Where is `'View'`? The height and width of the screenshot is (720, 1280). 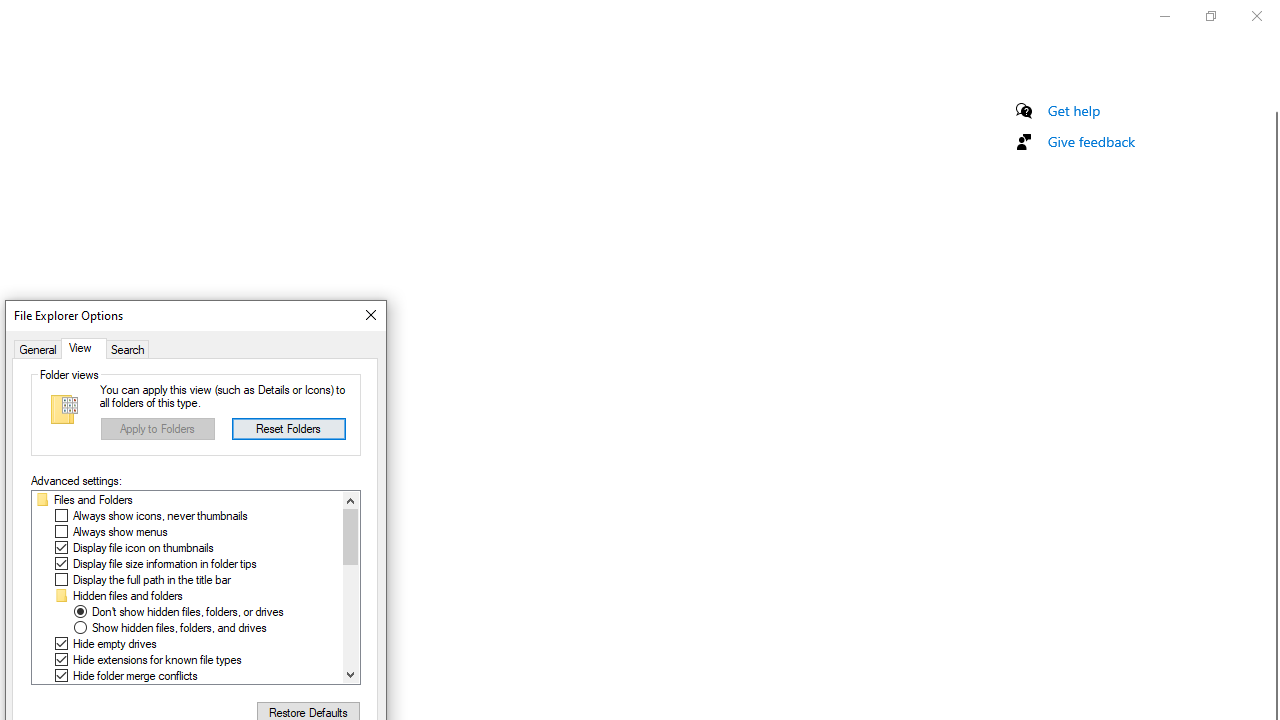
'View' is located at coordinates (82, 347).